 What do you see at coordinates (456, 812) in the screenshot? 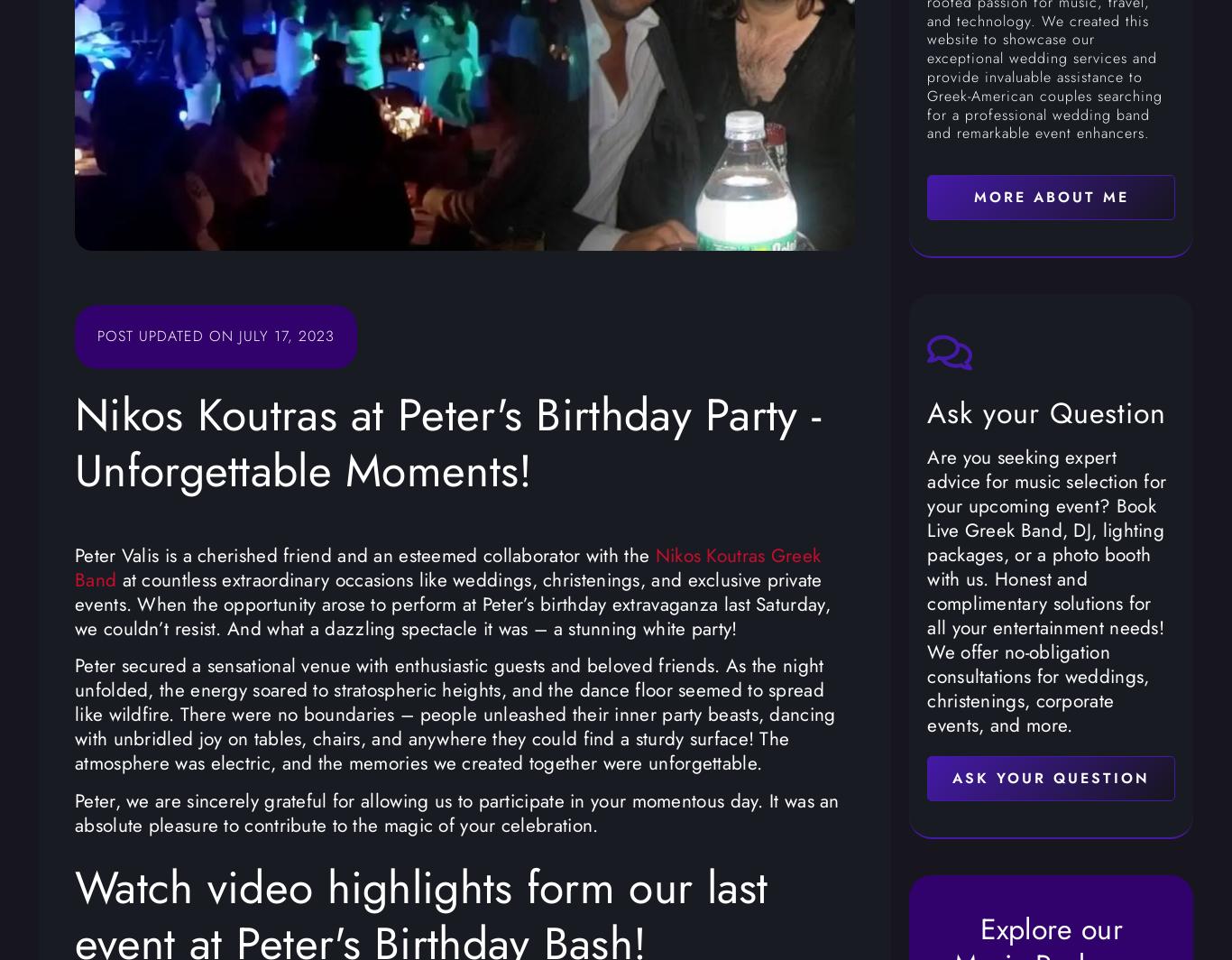
I see `'Peter, we are sincerely grateful for allowing us to participate in your momentous day. It was an absolute pleasure to contribute to the magic of your celebration.'` at bounding box center [456, 812].